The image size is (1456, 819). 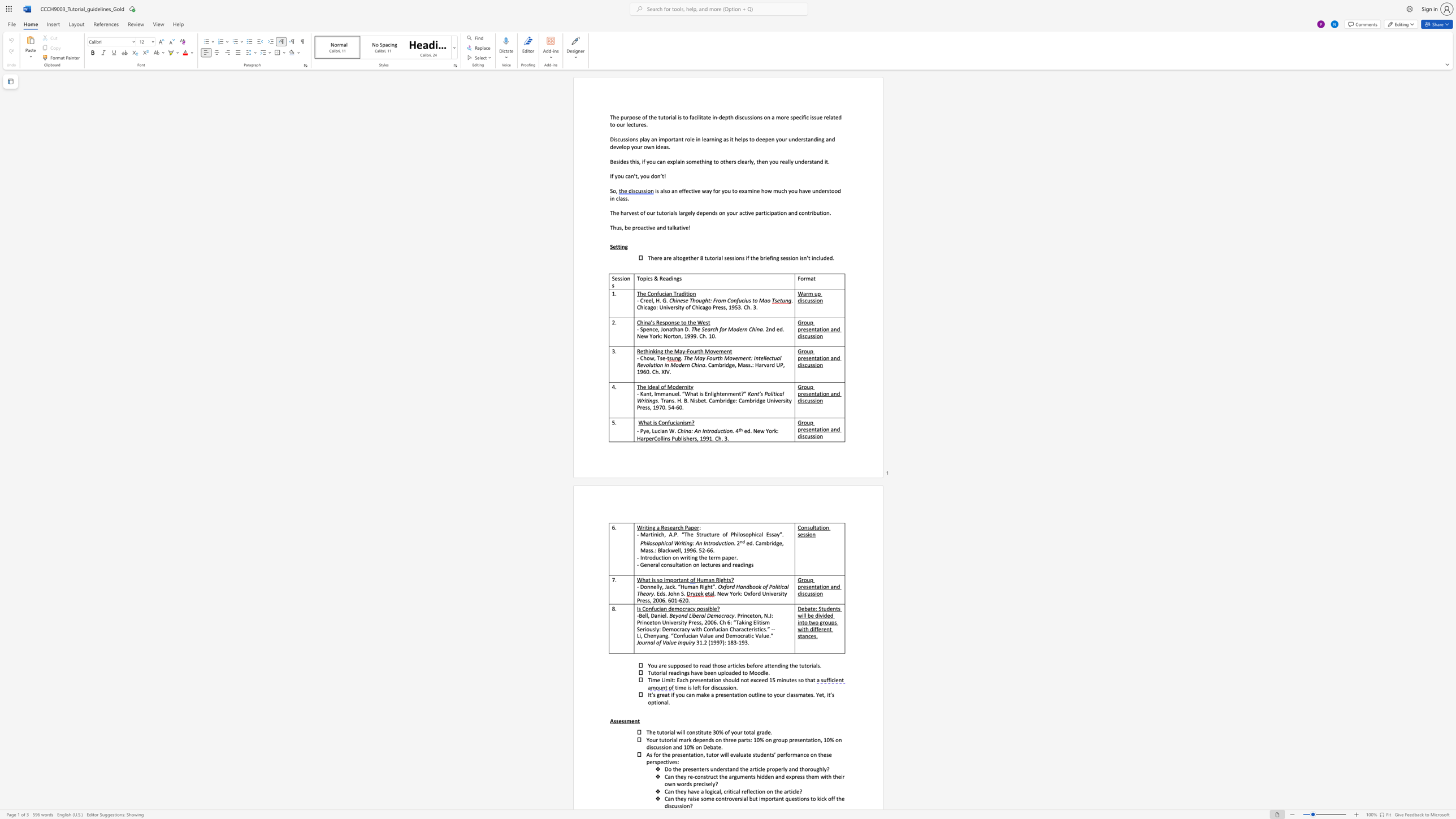 What do you see at coordinates (754, 393) in the screenshot?
I see `the subset text "nt’s Political Wri" within the text "Kant’s Political Writings"` at bounding box center [754, 393].